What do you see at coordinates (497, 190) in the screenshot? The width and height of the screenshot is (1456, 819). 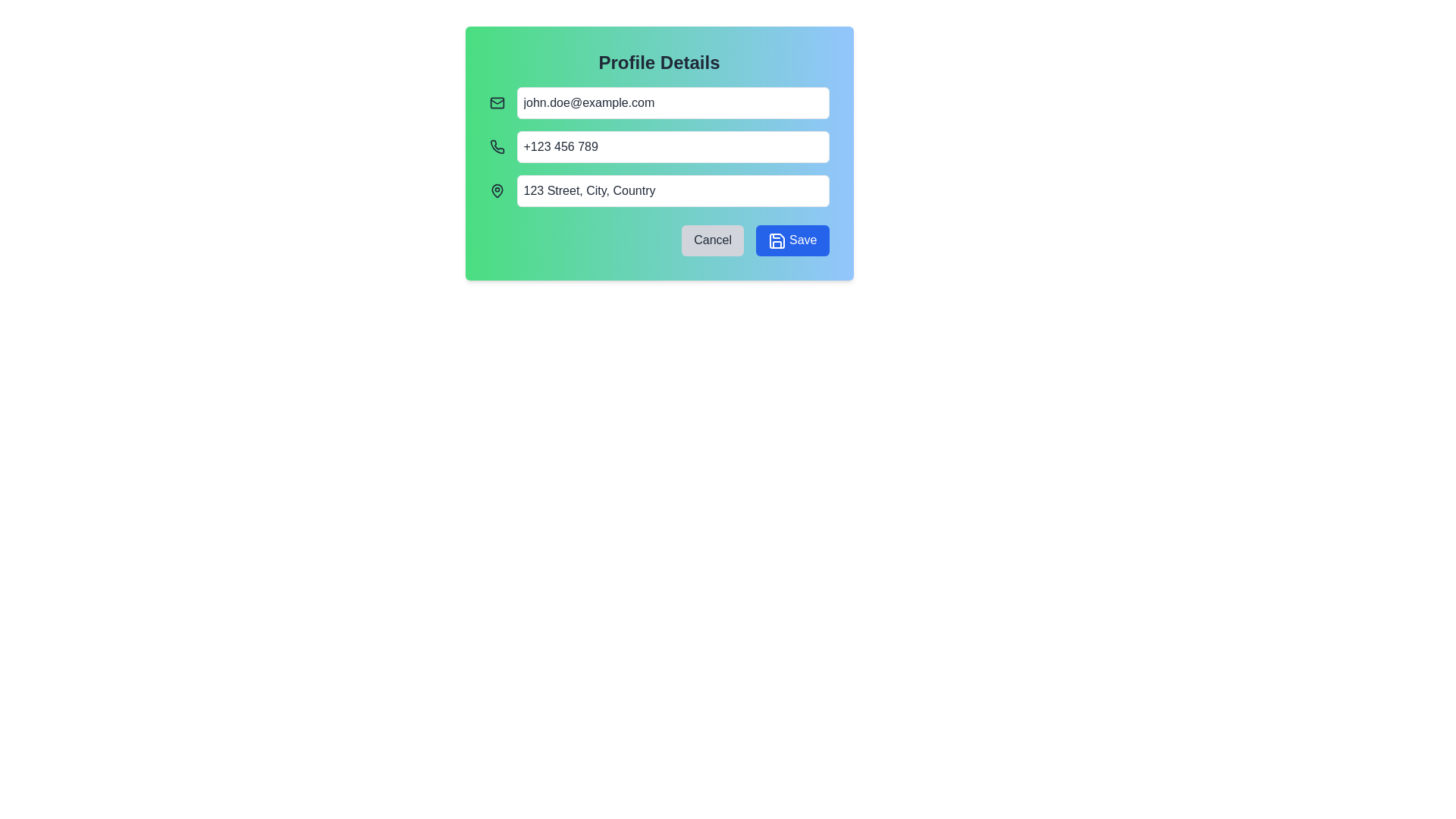 I see `the SVG map pin icon, which is the leftmost item in the layout next to the address input field` at bounding box center [497, 190].